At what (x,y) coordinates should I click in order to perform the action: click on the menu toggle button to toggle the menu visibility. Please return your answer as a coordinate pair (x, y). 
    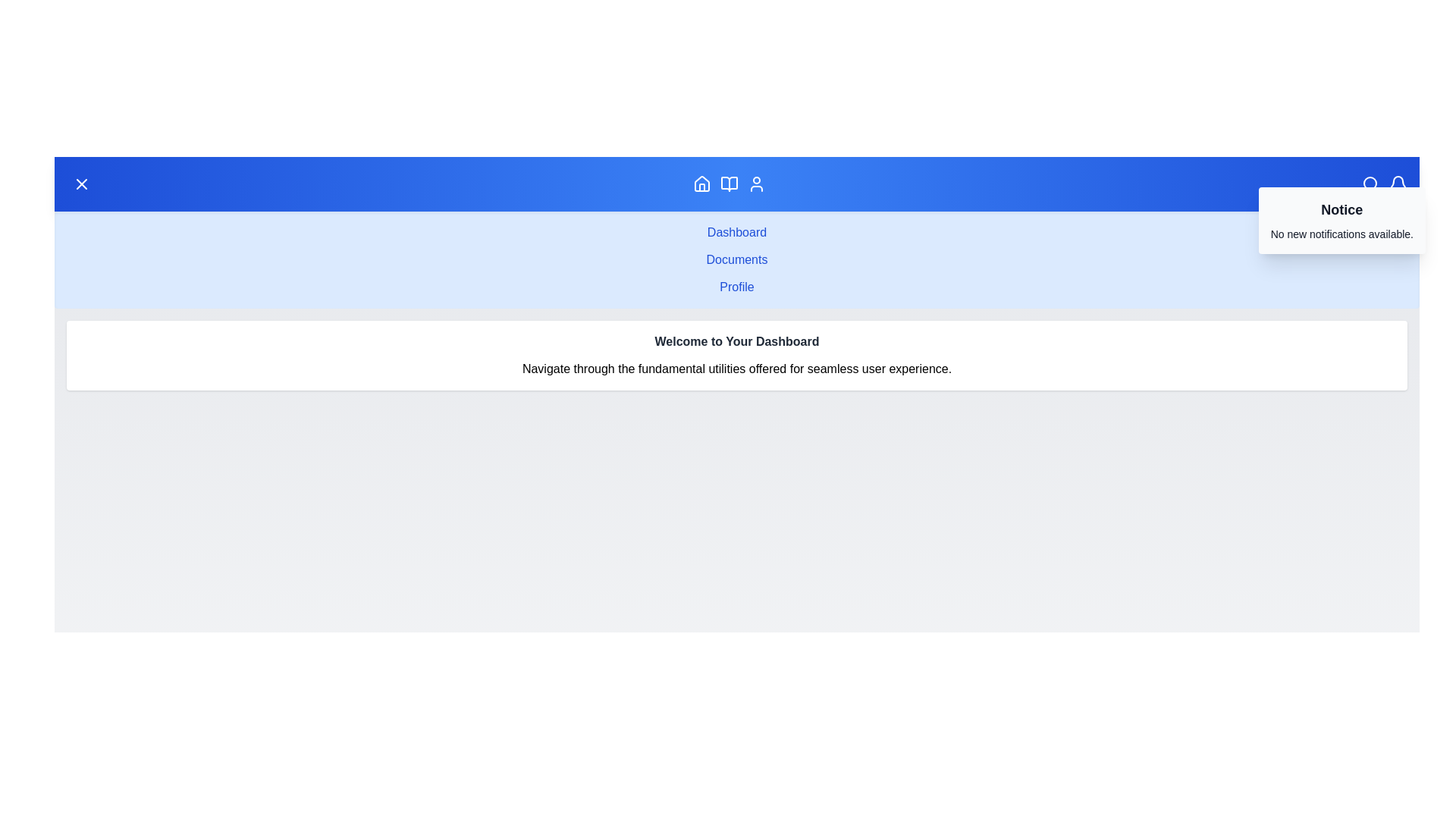
    Looking at the image, I should click on (81, 184).